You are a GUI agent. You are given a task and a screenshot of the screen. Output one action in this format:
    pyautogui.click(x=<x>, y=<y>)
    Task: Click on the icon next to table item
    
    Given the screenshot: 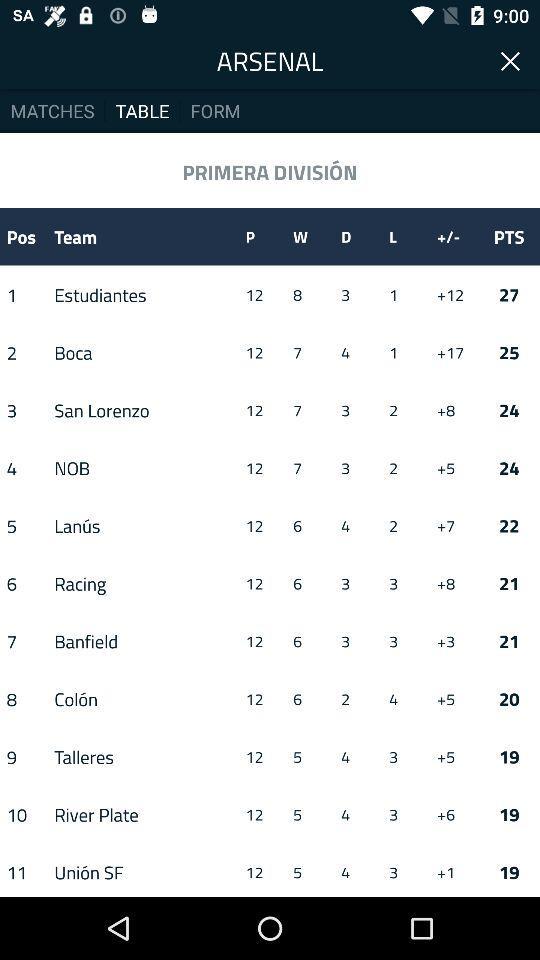 What is the action you would take?
    pyautogui.click(x=52, y=110)
    